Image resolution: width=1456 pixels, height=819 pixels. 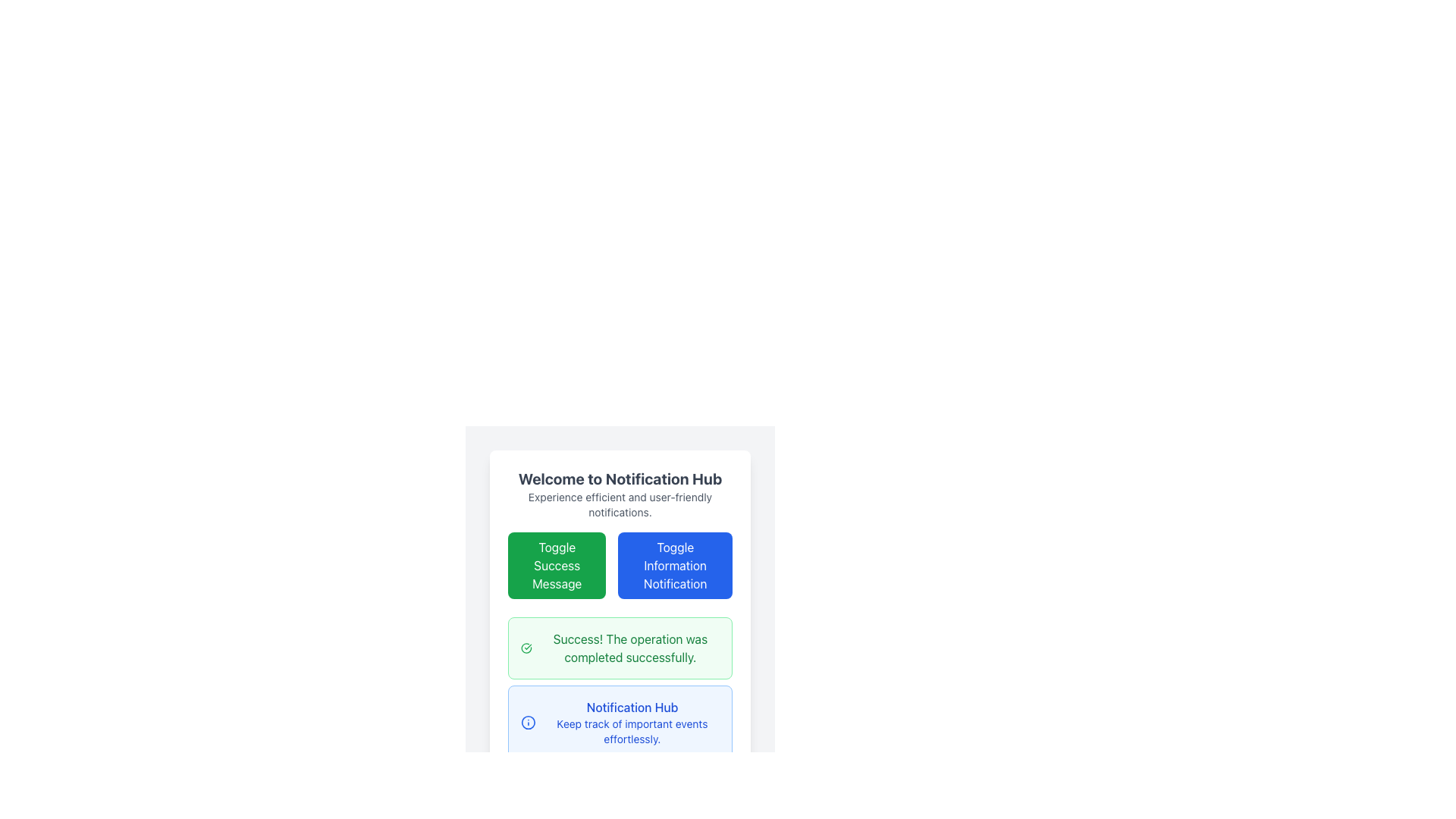 What do you see at coordinates (556, 565) in the screenshot?
I see `the green rectangular button labeled 'Toggle Success Message'` at bounding box center [556, 565].